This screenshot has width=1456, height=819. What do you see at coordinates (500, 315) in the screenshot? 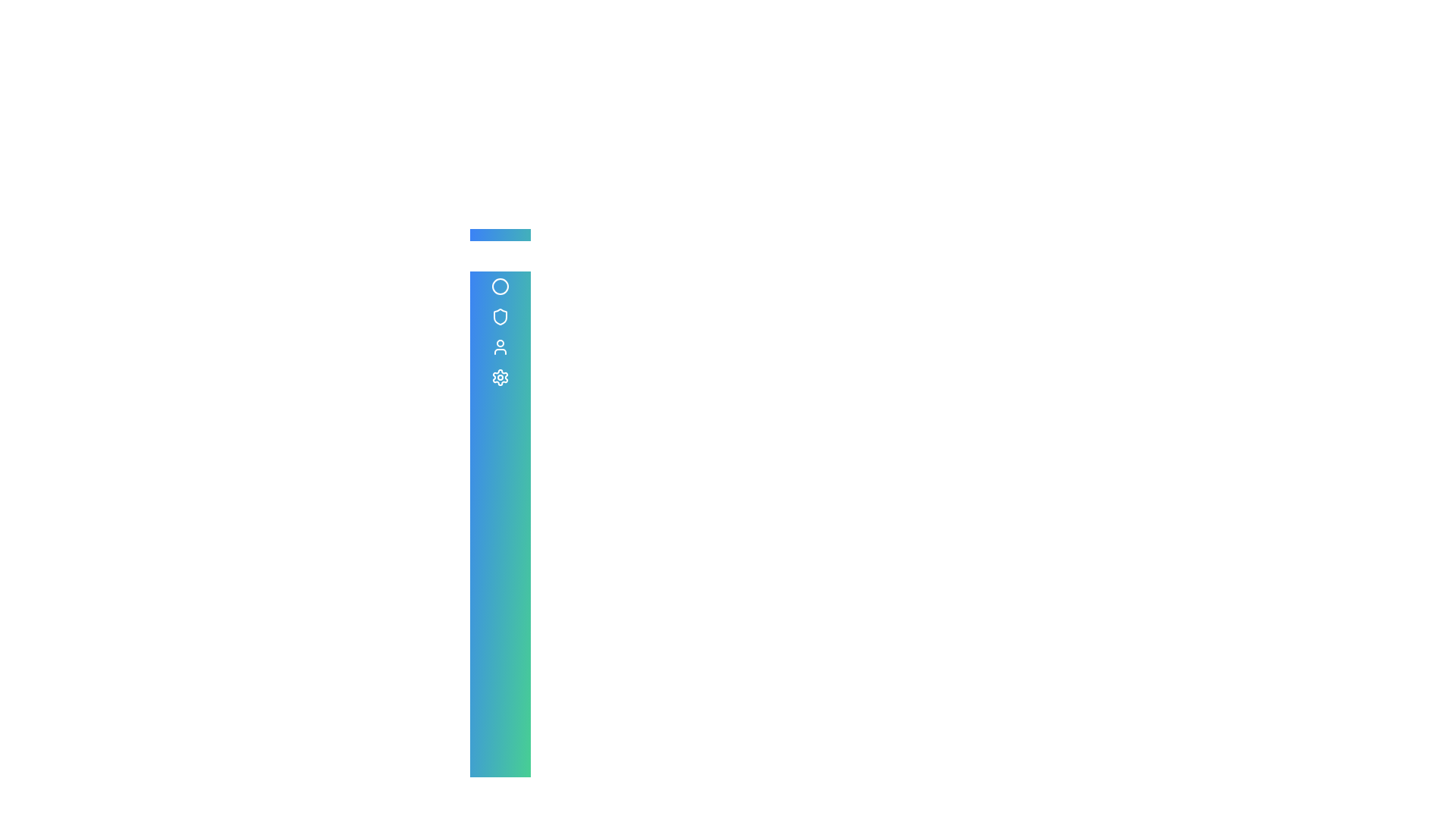
I see `the outlined shield icon` at bounding box center [500, 315].